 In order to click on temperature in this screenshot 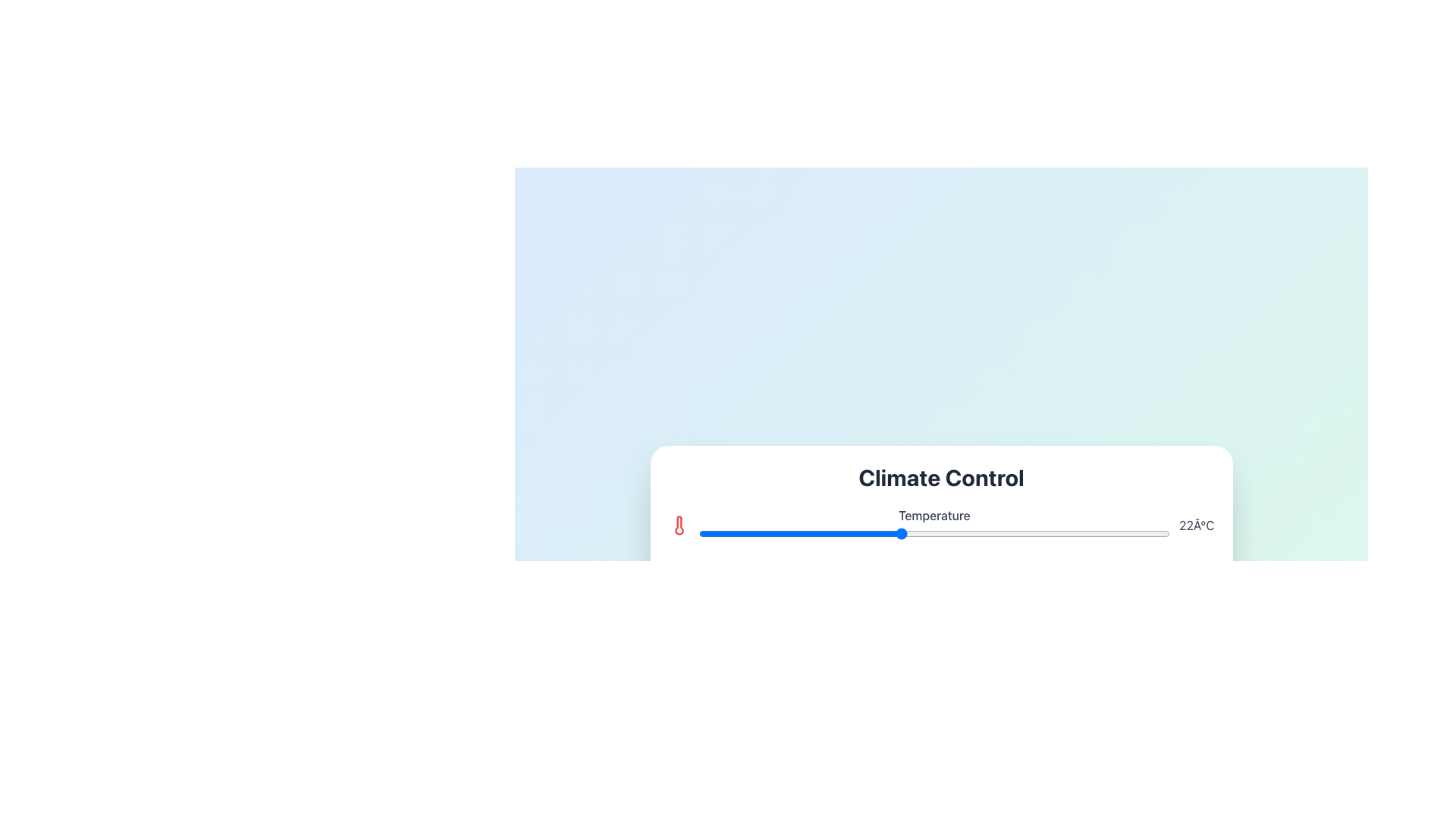, I will do `click(1034, 533)`.